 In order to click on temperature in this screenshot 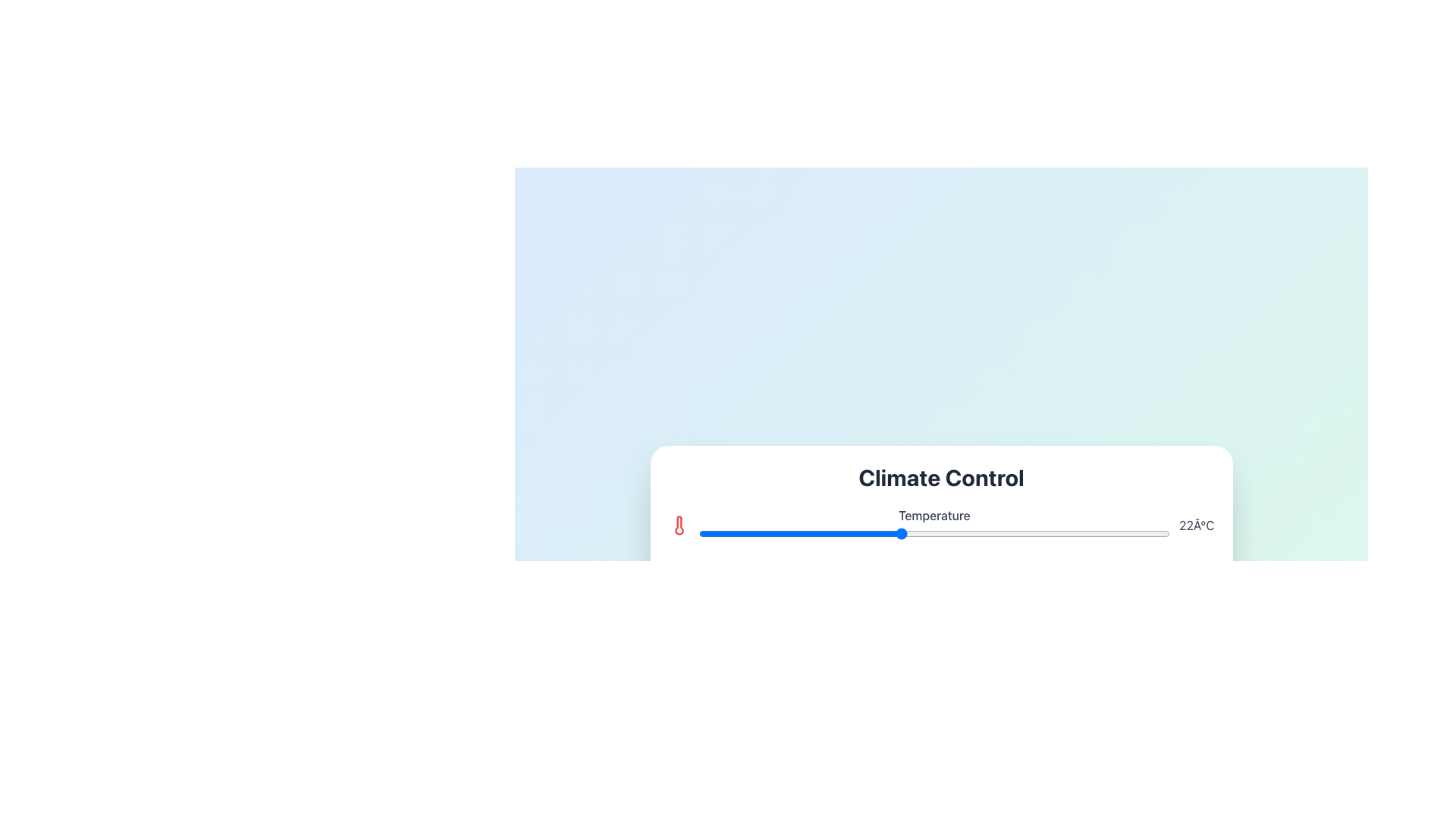, I will do `click(1034, 533)`.